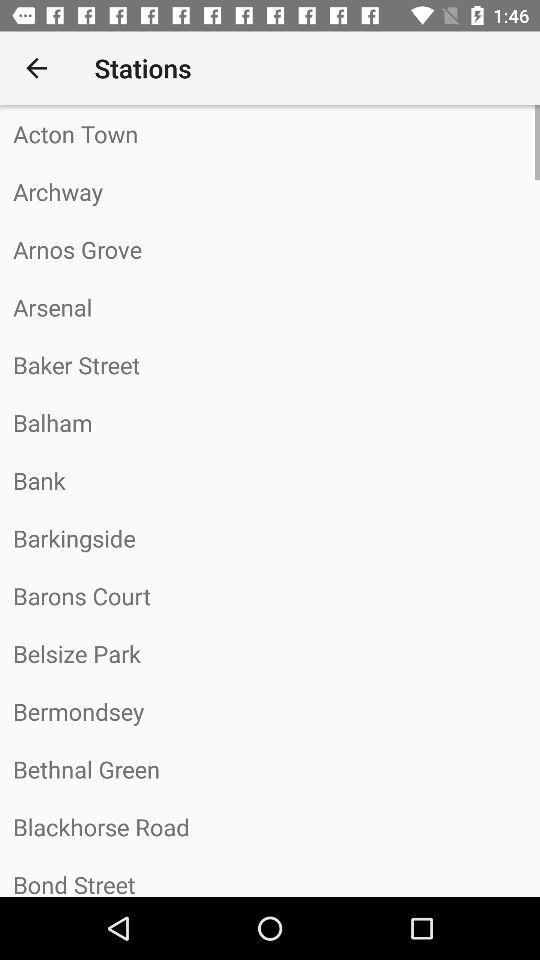 Image resolution: width=540 pixels, height=960 pixels. What do you see at coordinates (270, 364) in the screenshot?
I see `baker street item` at bounding box center [270, 364].